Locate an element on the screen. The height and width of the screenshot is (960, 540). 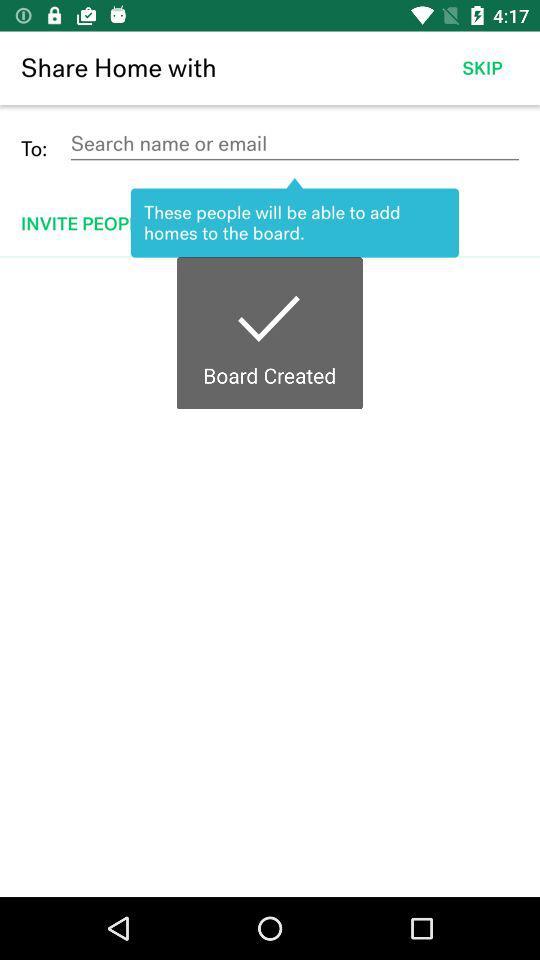
boardcreated is located at coordinates (270, 577).